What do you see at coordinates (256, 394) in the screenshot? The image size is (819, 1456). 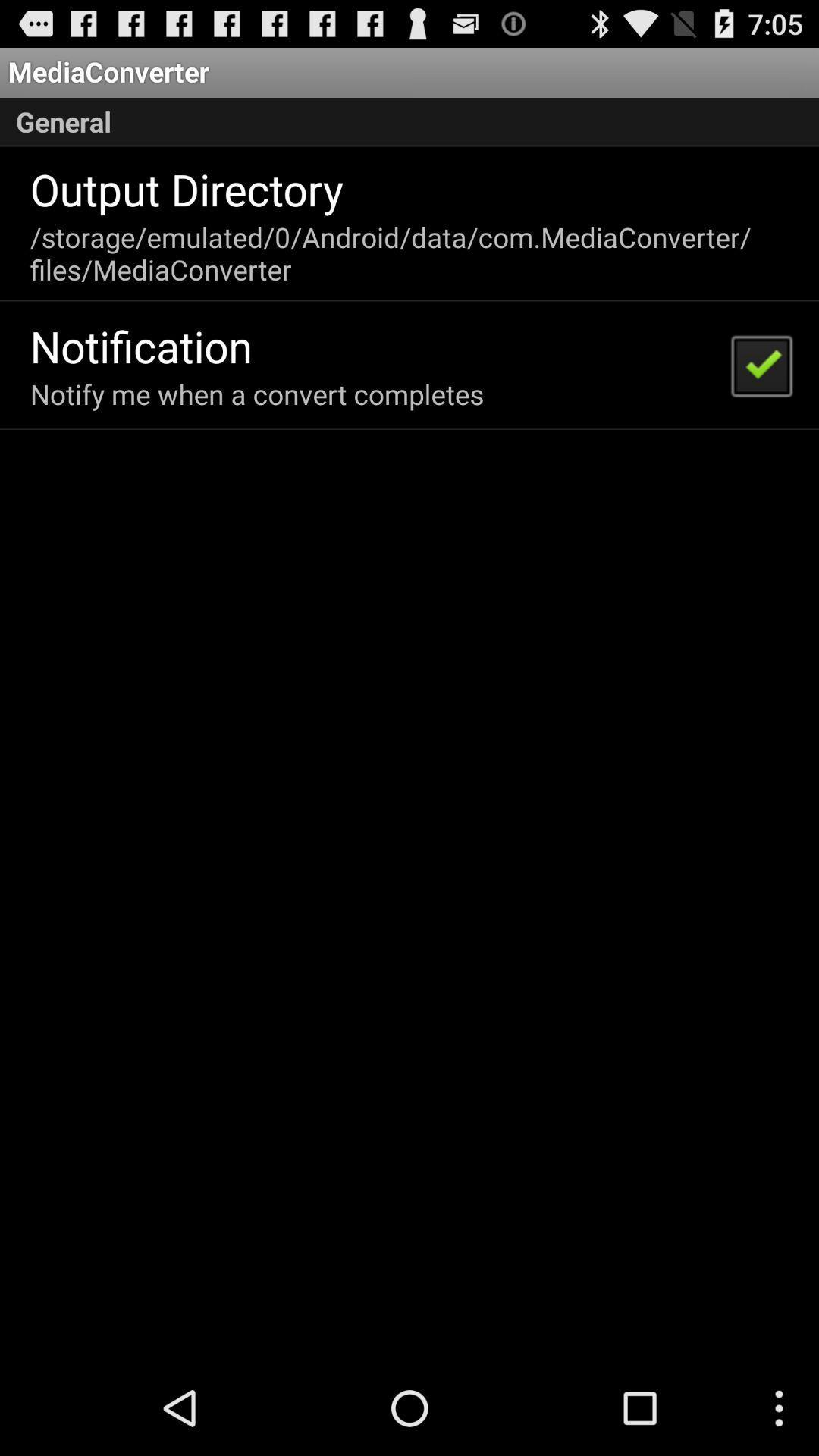 I see `notify me when icon` at bounding box center [256, 394].